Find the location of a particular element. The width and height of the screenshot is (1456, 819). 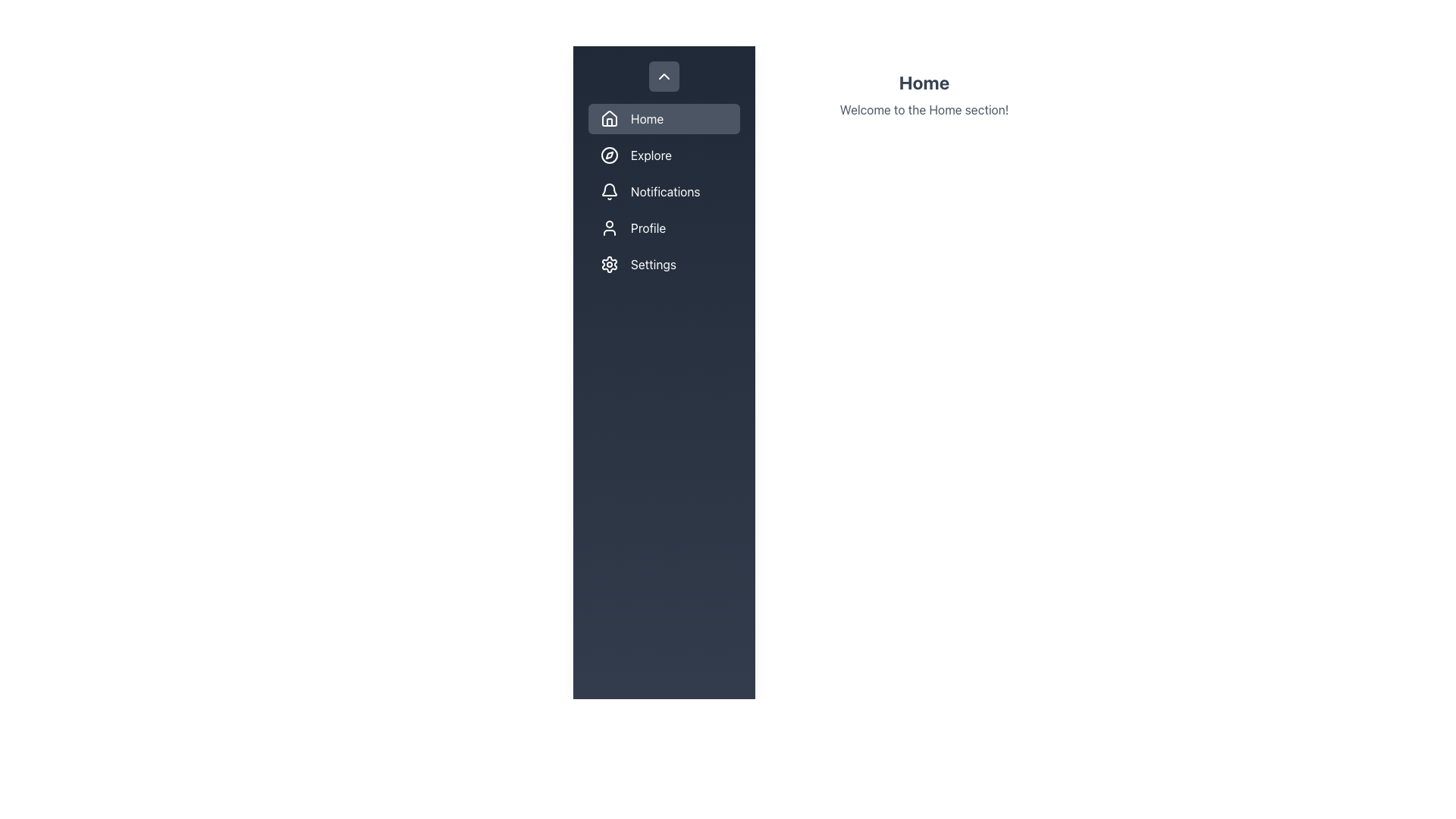

the 'Explore' icon in the navigation menu is located at coordinates (610, 155).